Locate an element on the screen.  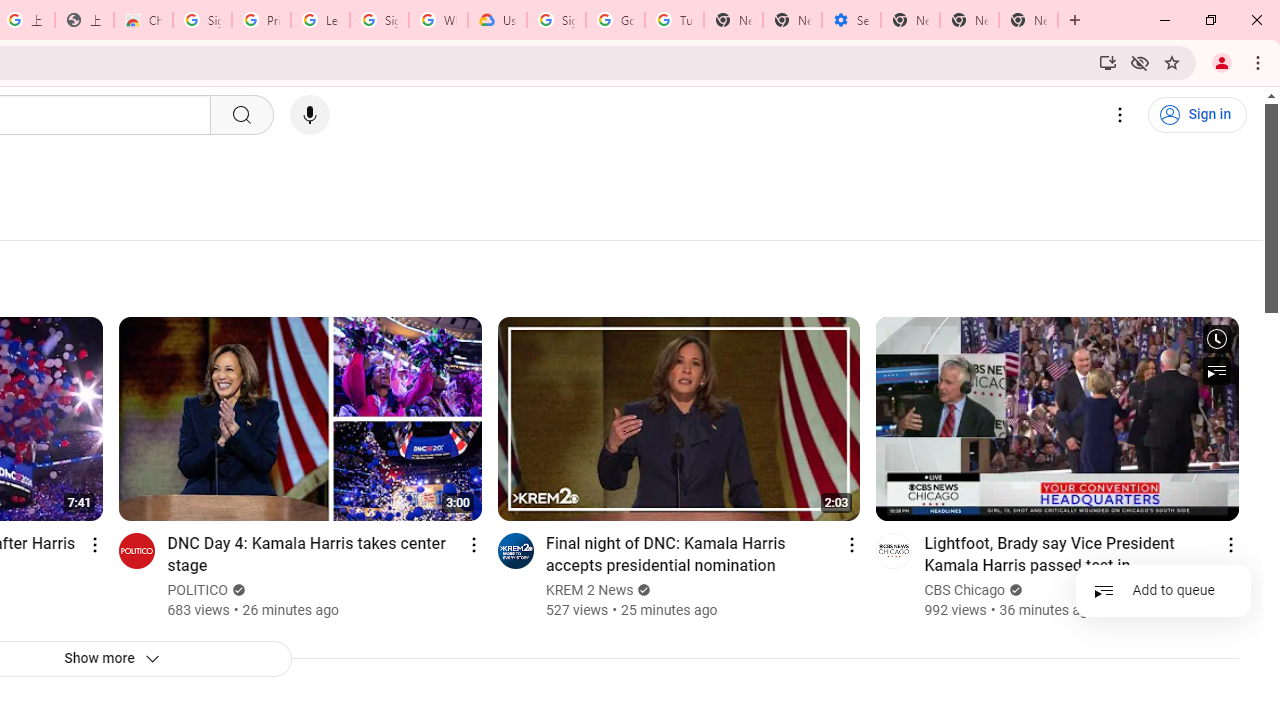
'Verified' is located at coordinates (1014, 589).